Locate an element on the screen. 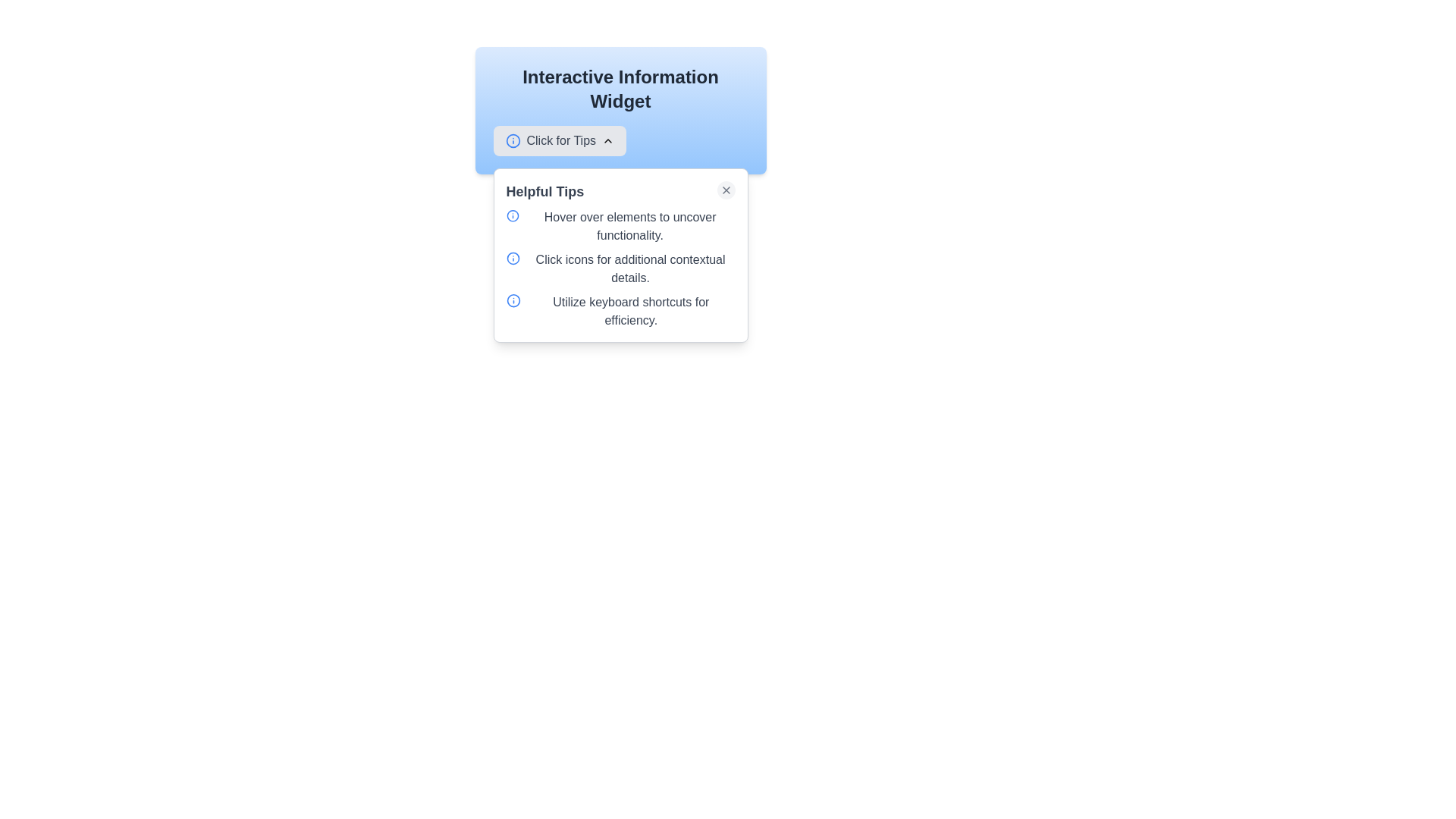  the 'Click for Tips' button, which has a light gray background and a blue information icon is located at coordinates (620, 140).